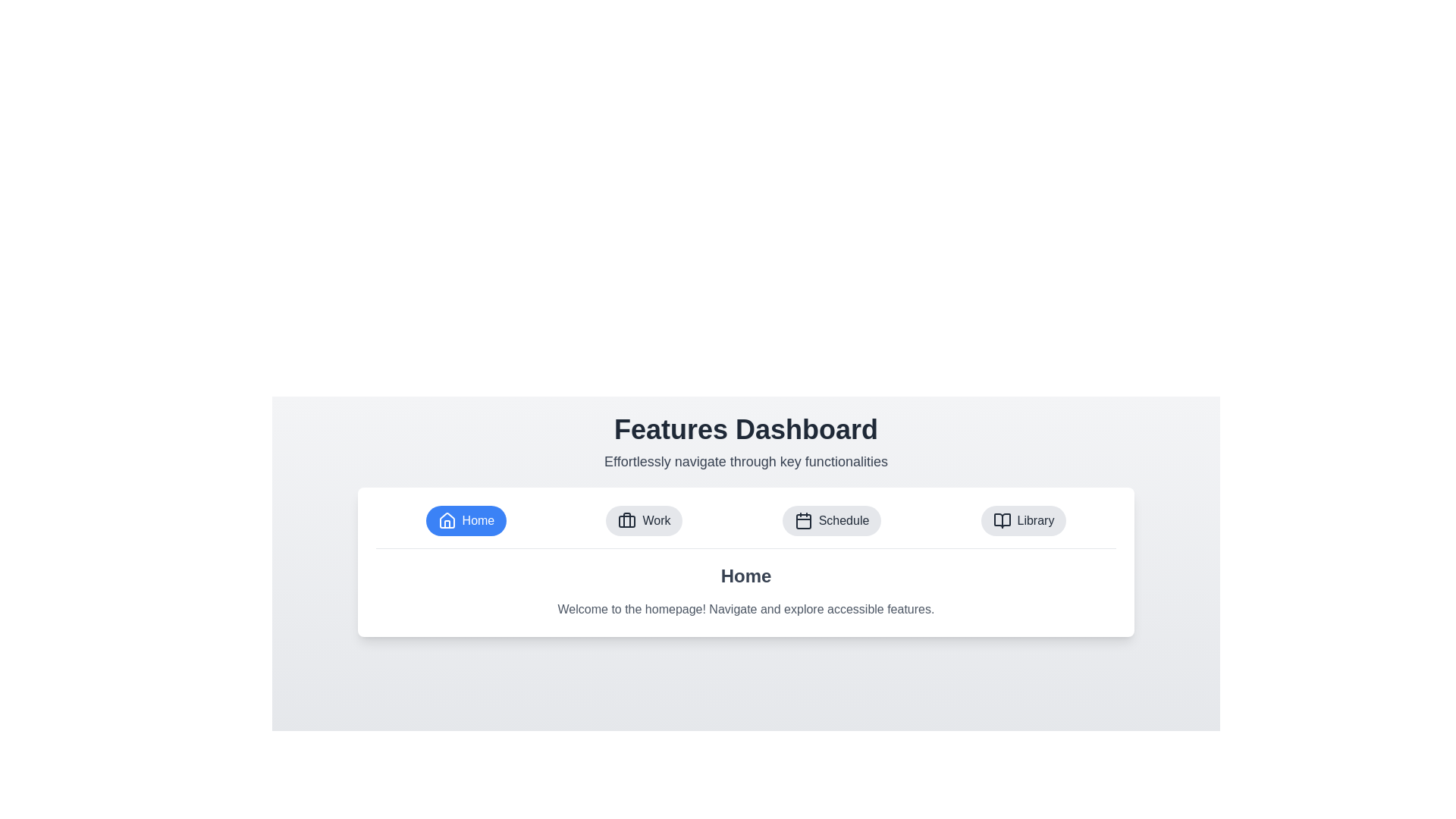  I want to click on the Library tab to switch to it, so click(1023, 519).